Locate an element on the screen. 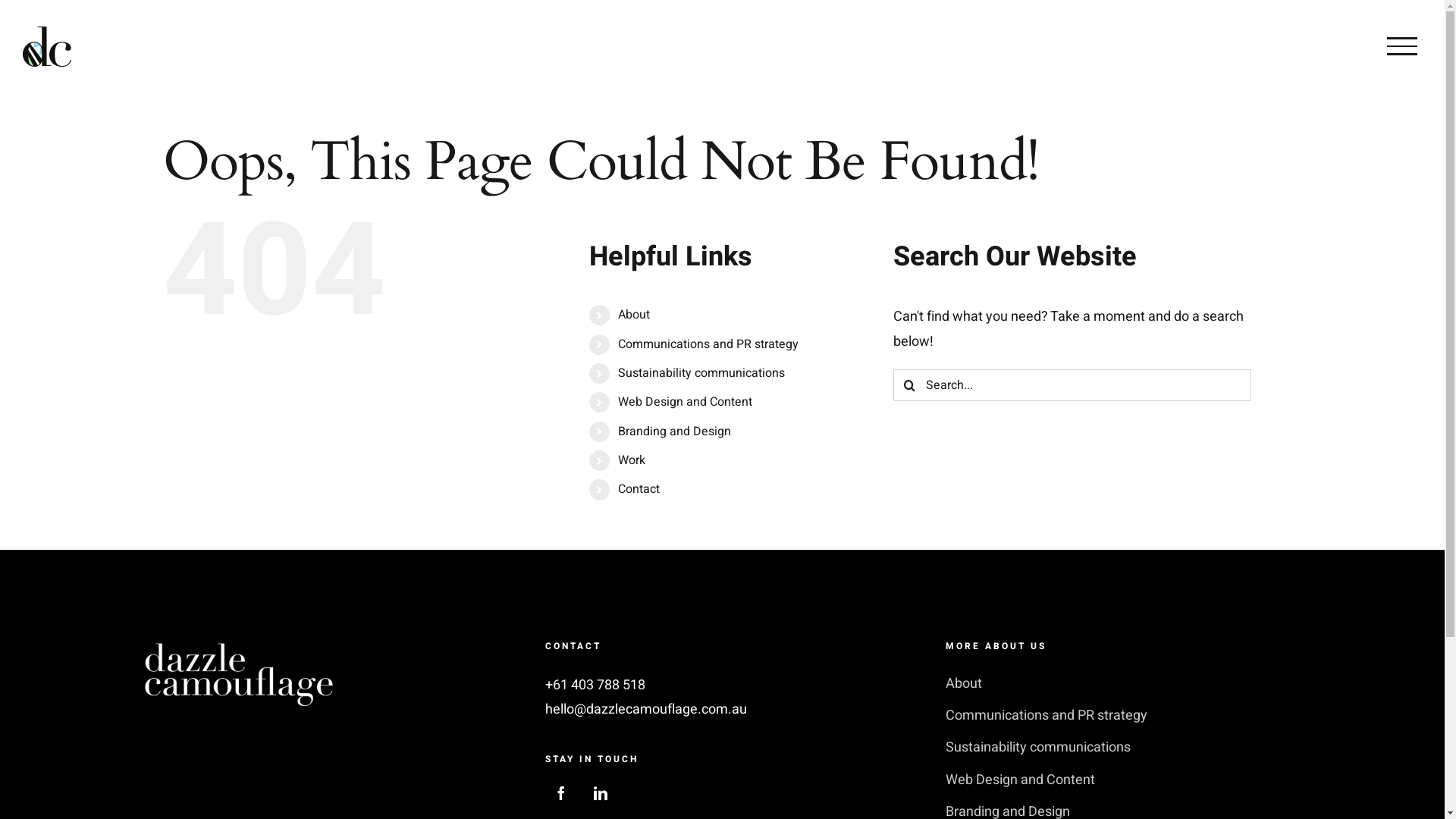  'Work' is located at coordinates (632, 459).